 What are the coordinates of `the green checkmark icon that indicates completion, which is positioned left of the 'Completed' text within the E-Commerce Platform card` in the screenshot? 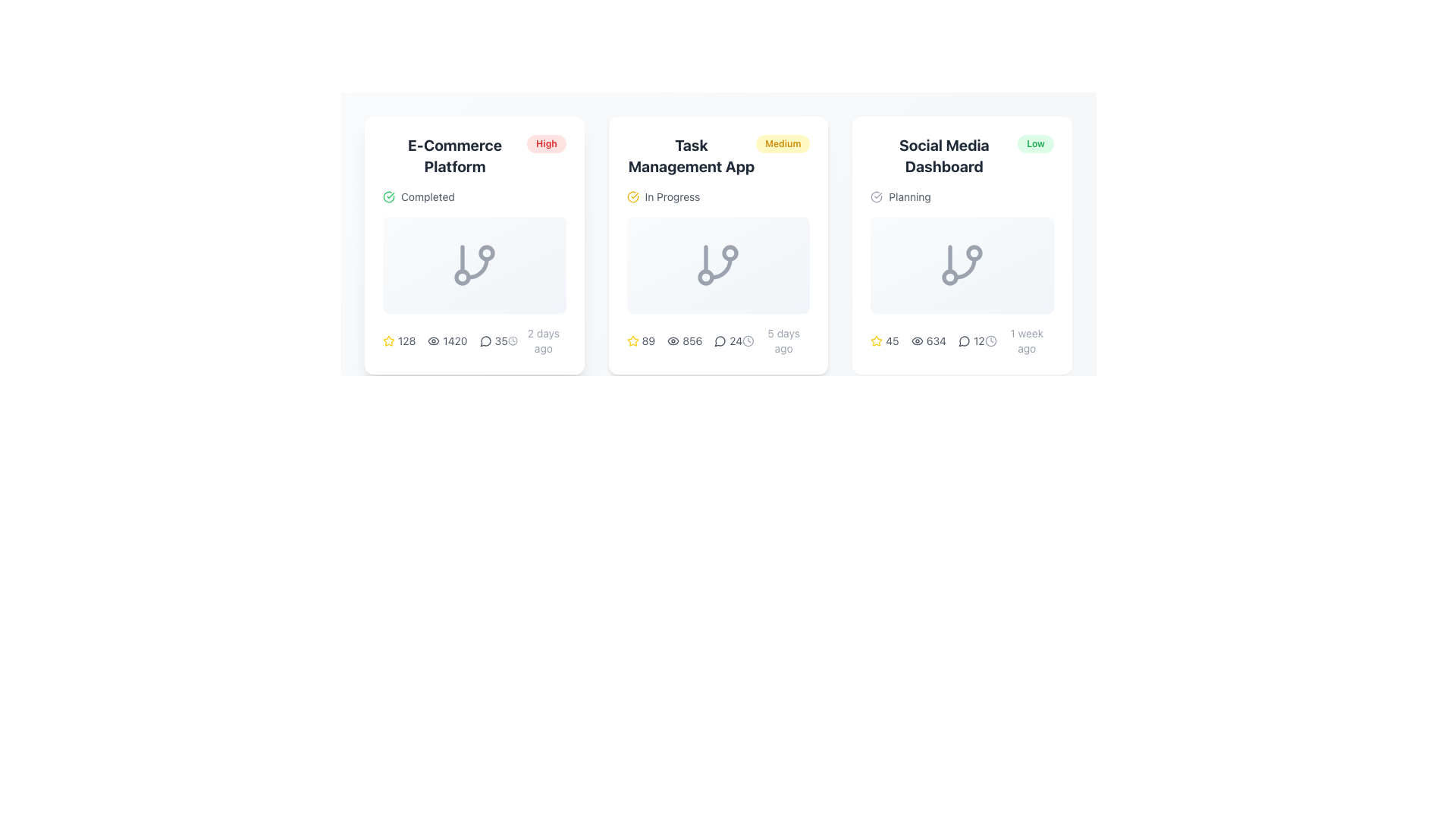 It's located at (389, 196).